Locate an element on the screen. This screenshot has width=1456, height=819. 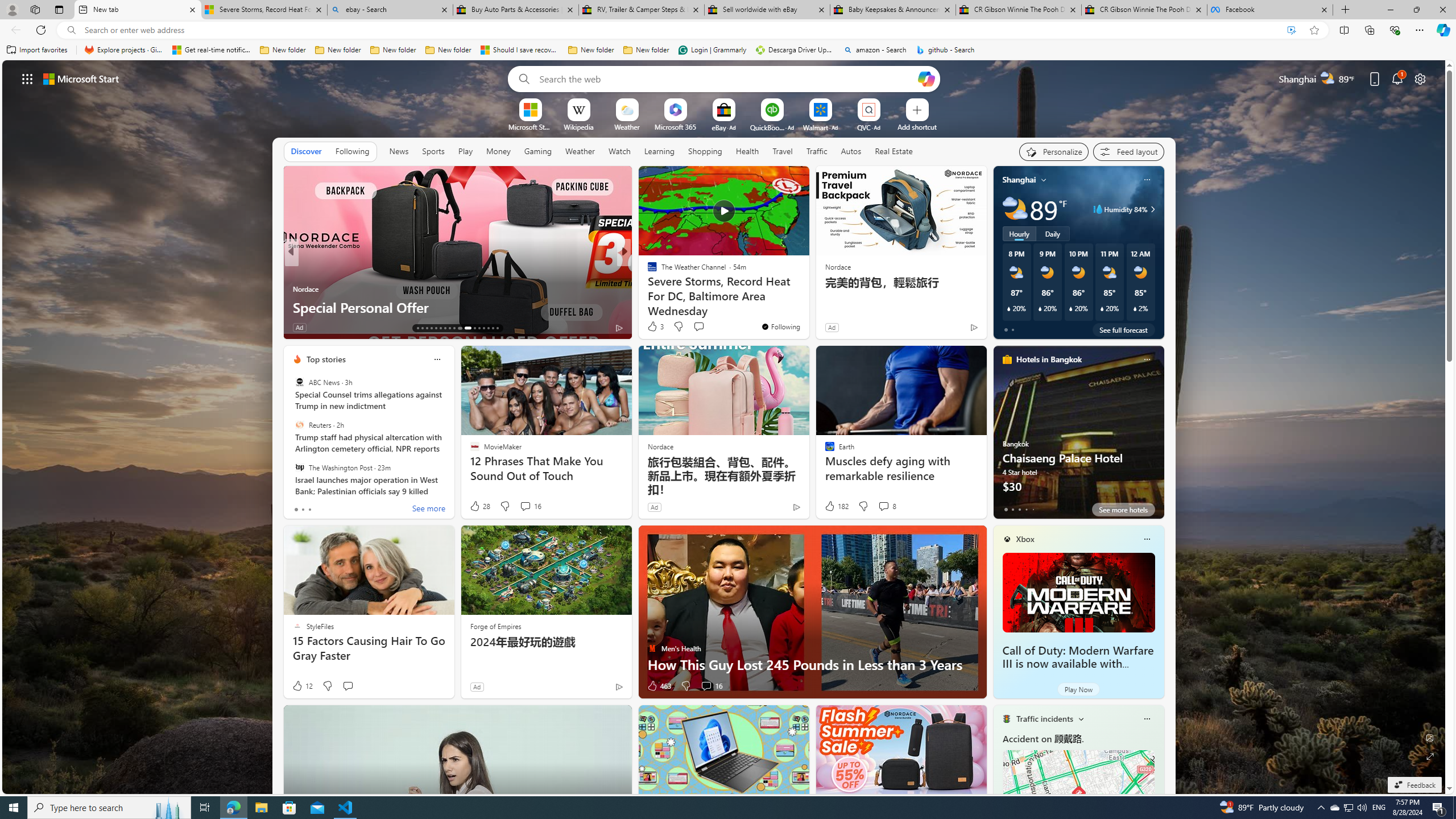
'Back' is located at coordinates (14, 29).